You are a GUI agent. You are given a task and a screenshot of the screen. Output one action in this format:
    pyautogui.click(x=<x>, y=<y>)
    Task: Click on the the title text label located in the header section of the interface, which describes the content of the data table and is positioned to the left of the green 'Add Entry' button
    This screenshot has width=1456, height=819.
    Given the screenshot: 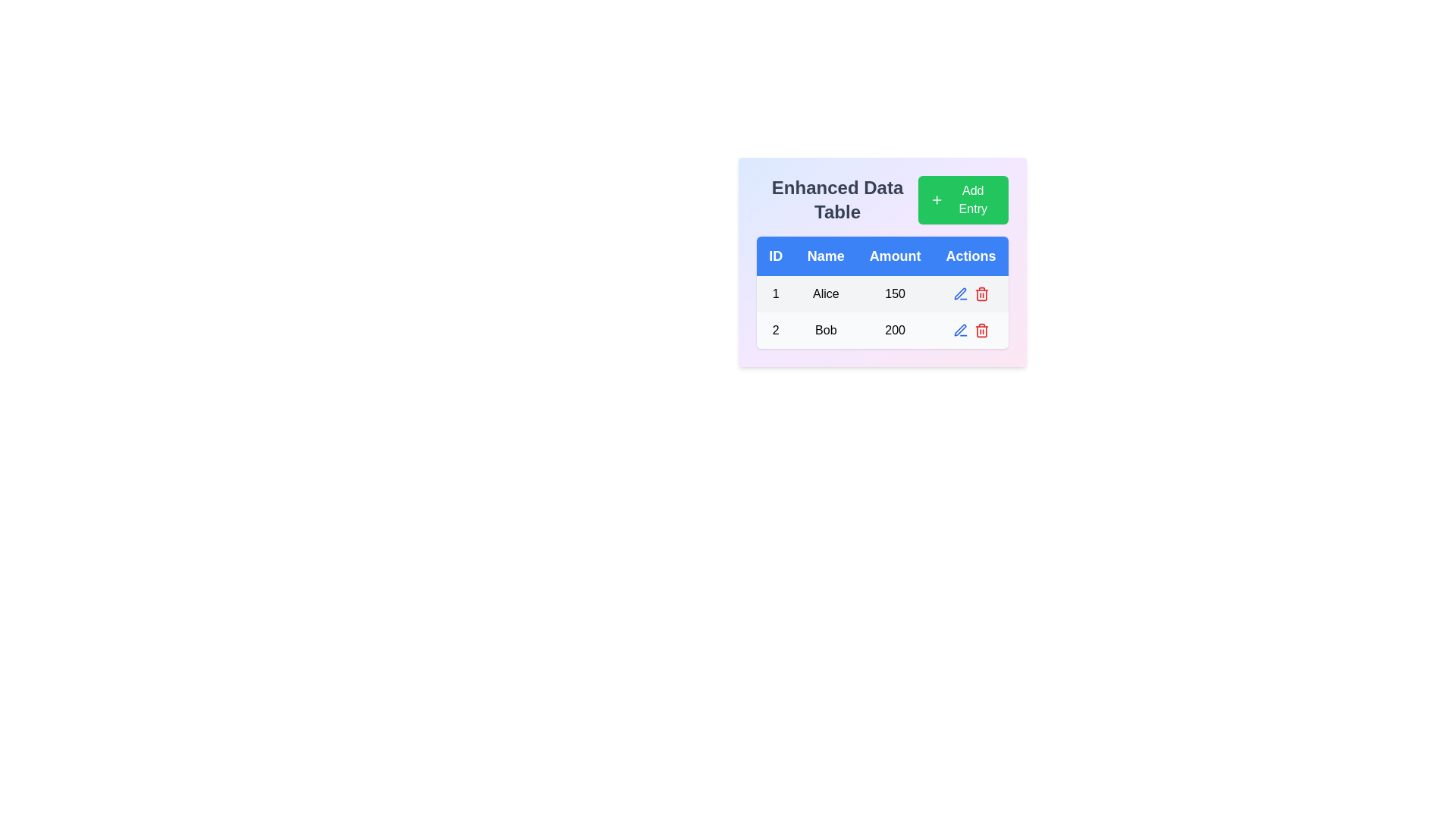 What is the action you would take?
    pyautogui.click(x=836, y=199)
    